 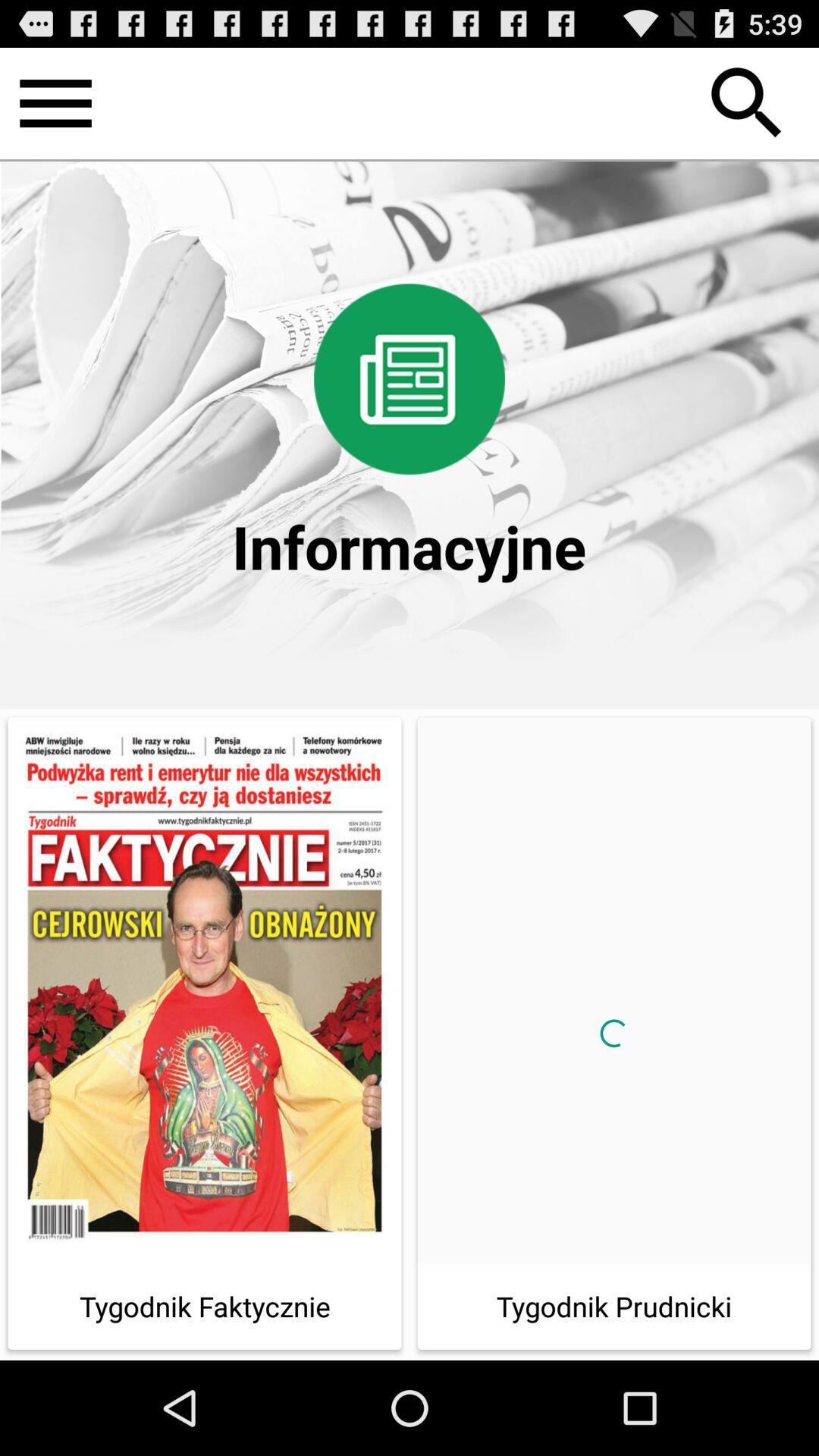 What do you see at coordinates (55, 102) in the screenshot?
I see `this is a menu icon of the app` at bounding box center [55, 102].